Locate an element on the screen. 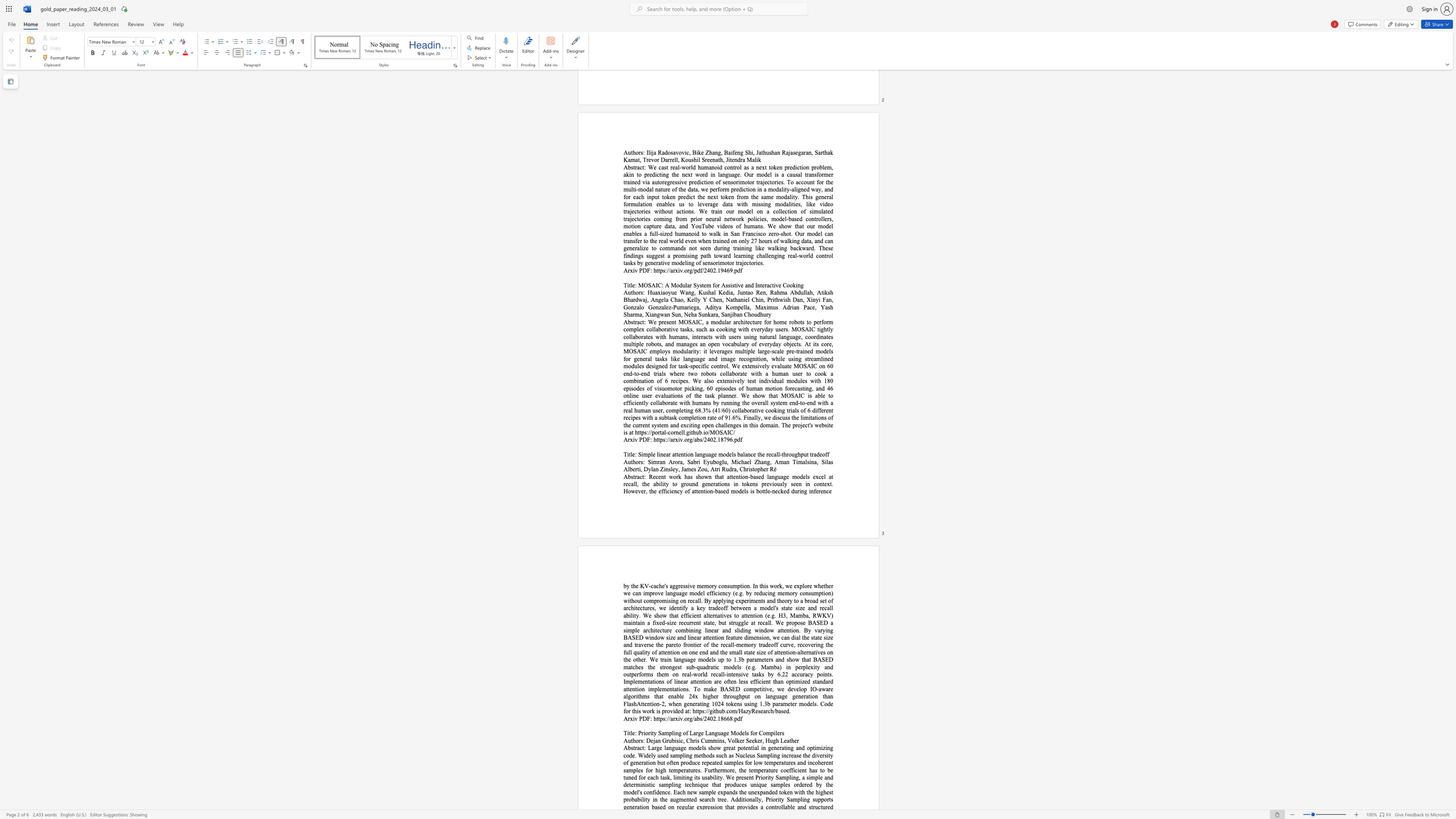 The width and height of the screenshot is (1456, 819). the subset text "rac" within the text "Abstract:" is located at coordinates (635, 747).